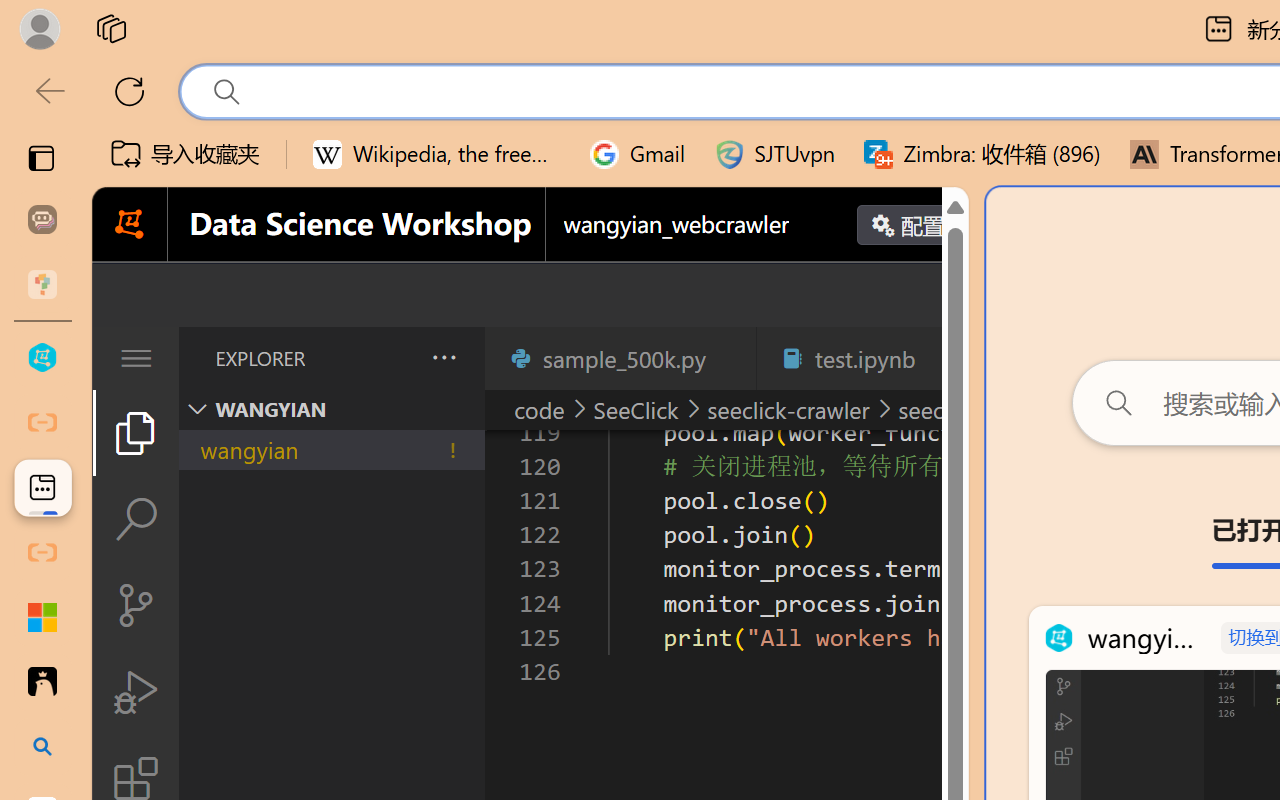 The height and width of the screenshot is (800, 1280). What do you see at coordinates (637, 154) in the screenshot?
I see `'Gmail'` at bounding box center [637, 154].